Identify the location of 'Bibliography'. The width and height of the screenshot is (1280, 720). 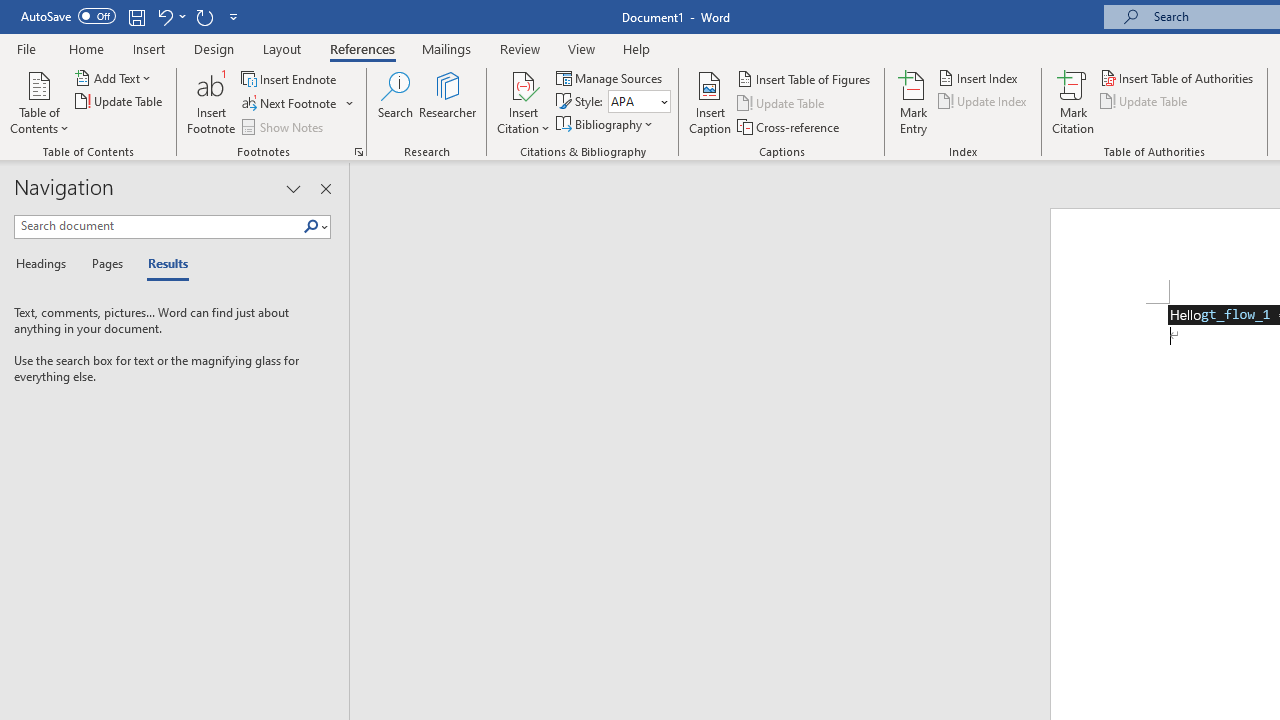
(605, 124).